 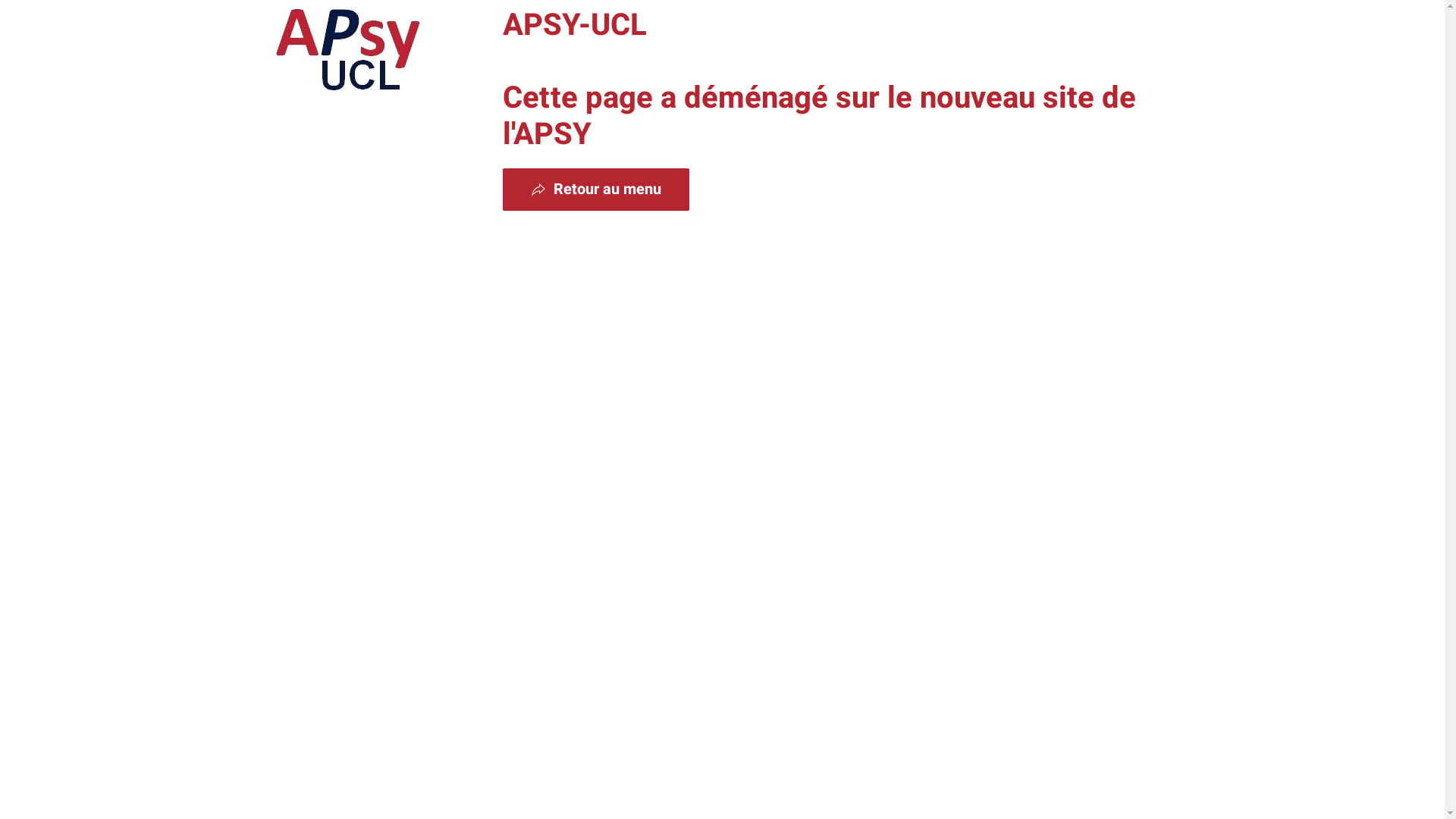 What do you see at coordinates (595, 189) in the screenshot?
I see `'Retour au menu'` at bounding box center [595, 189].